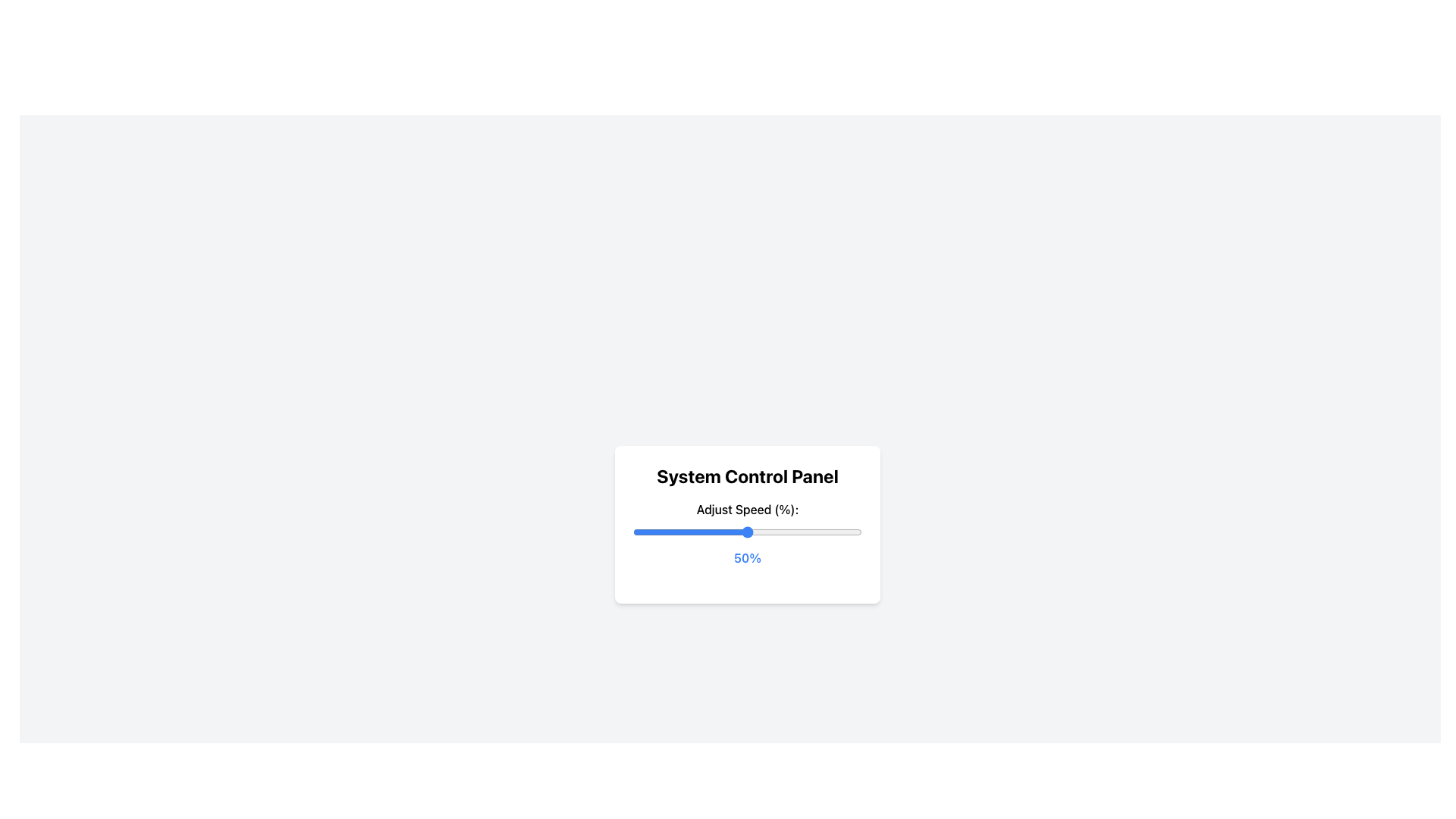 The width and height of the screenshot is (1456, 819). I want to click on the slider value, so click(768, 532).